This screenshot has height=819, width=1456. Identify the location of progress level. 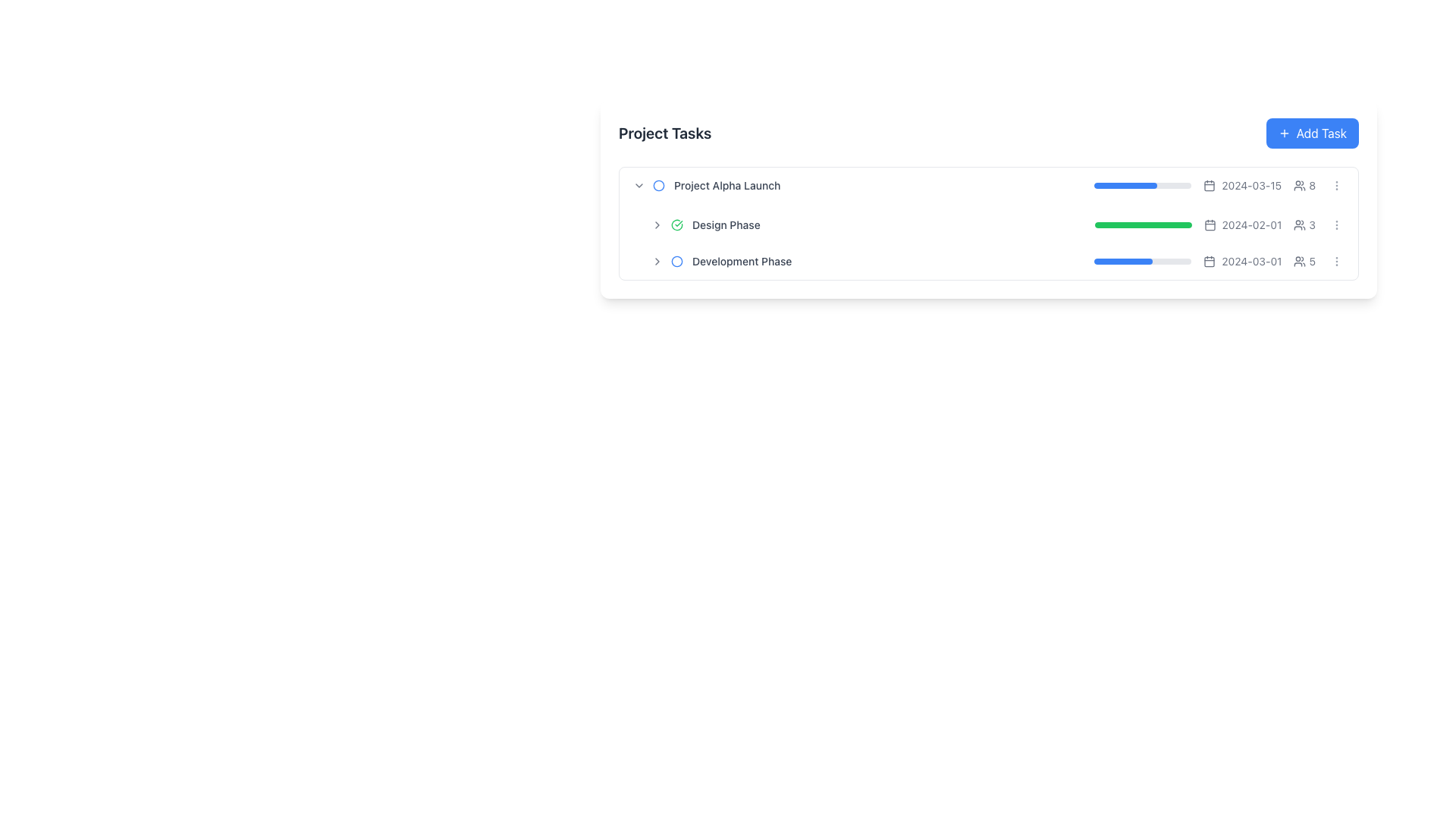
(1153, 225).